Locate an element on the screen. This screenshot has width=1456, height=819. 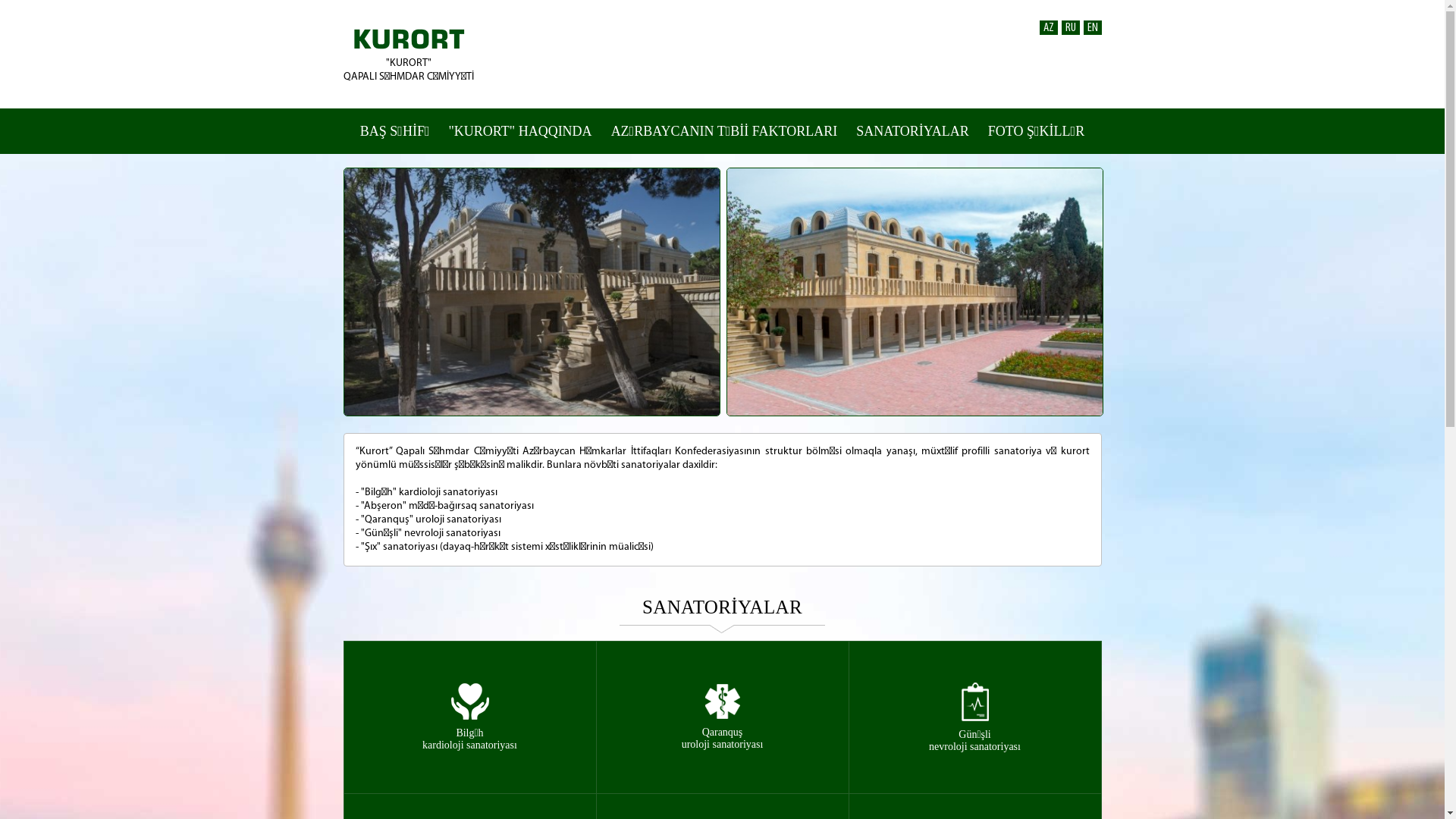
'AZ' is located at coordinates (1047, 27).